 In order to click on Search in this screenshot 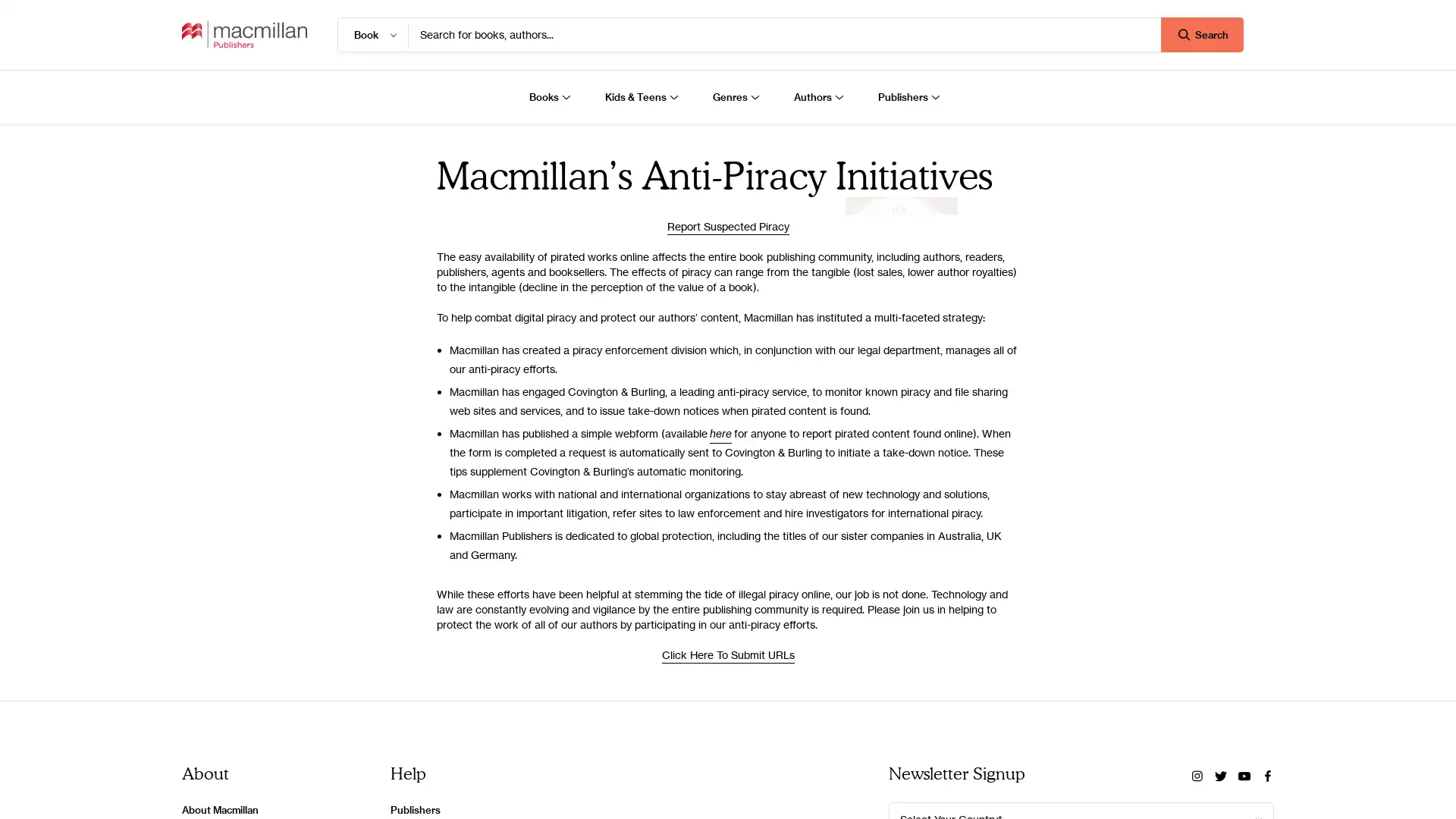, I will do `click(1201, 34)`.